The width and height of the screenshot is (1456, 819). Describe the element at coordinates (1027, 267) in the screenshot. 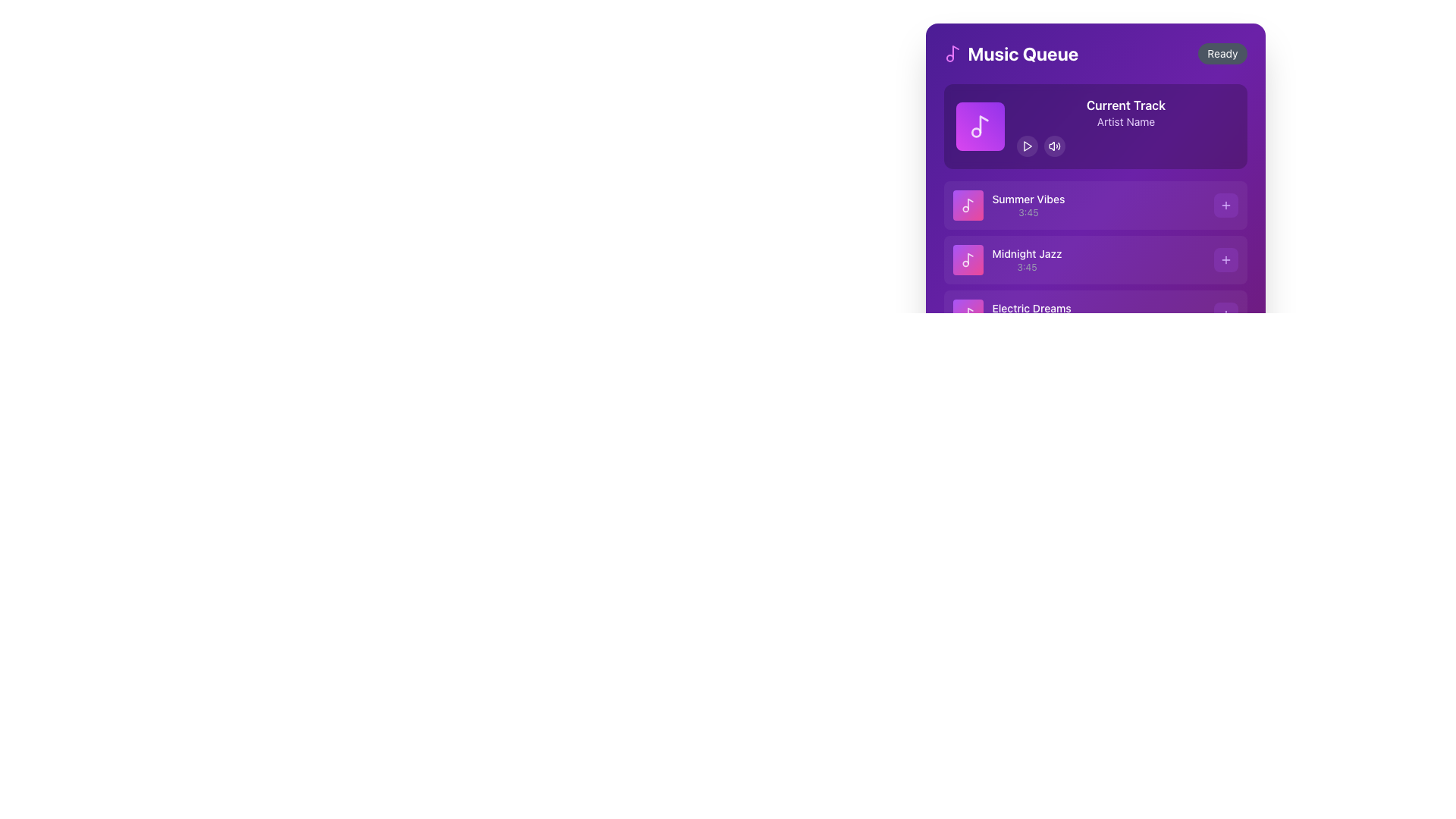

I see `the text label displaying the duration of the track 'Midnight Jazz', which is located beneath the title in the 'Music Queue' section` at that location.